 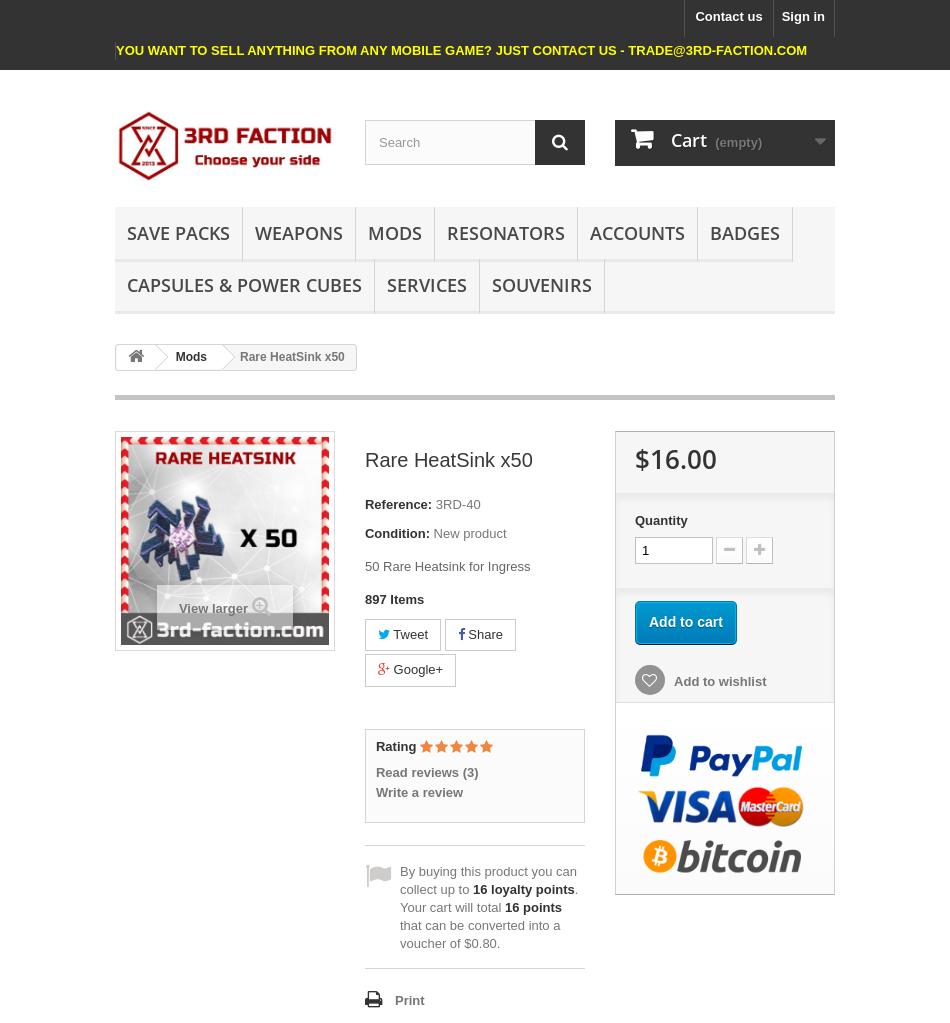 I want to click on 'Items', so click(x=405, y=597).